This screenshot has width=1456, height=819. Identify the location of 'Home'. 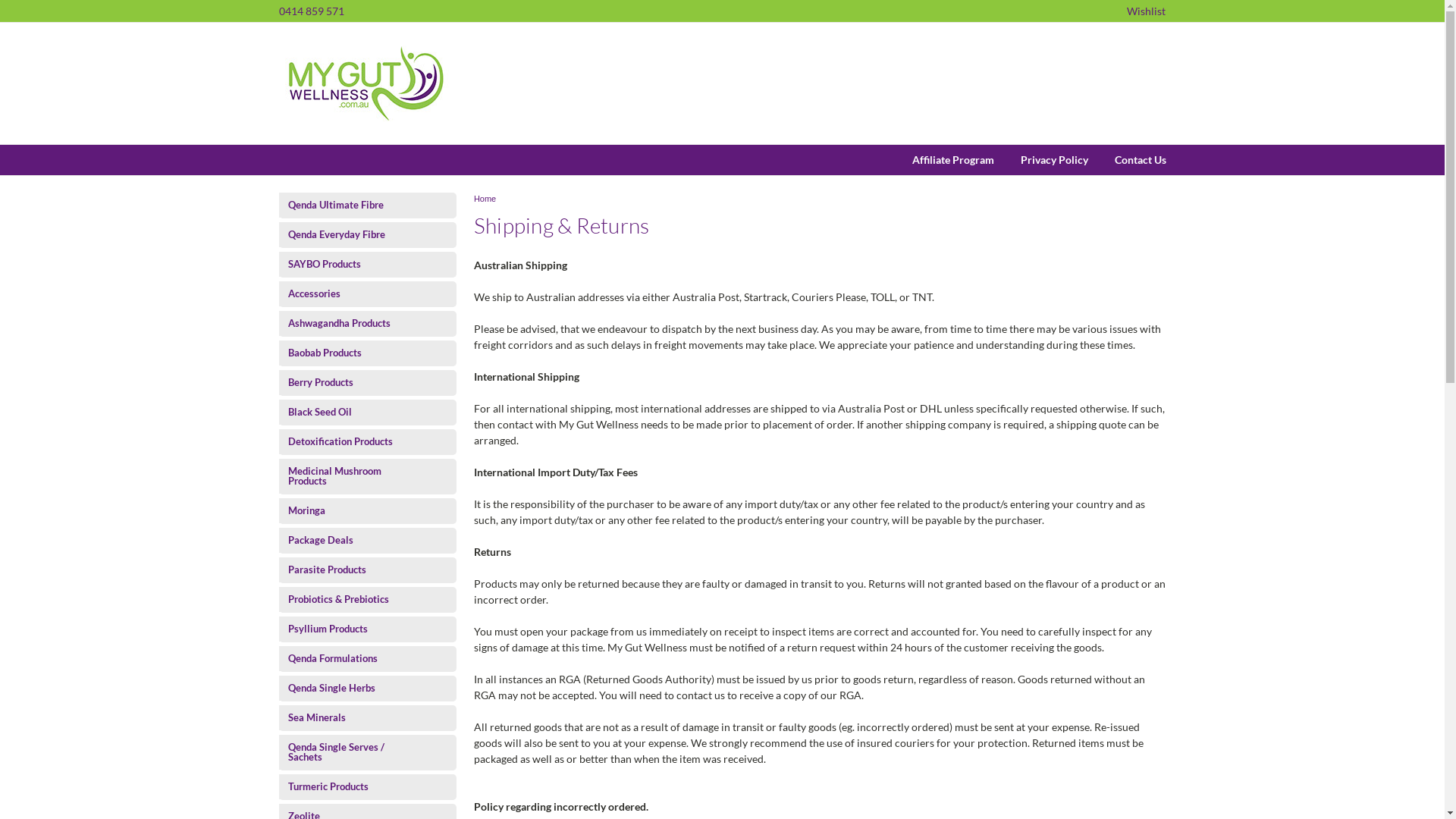
(484, 198).